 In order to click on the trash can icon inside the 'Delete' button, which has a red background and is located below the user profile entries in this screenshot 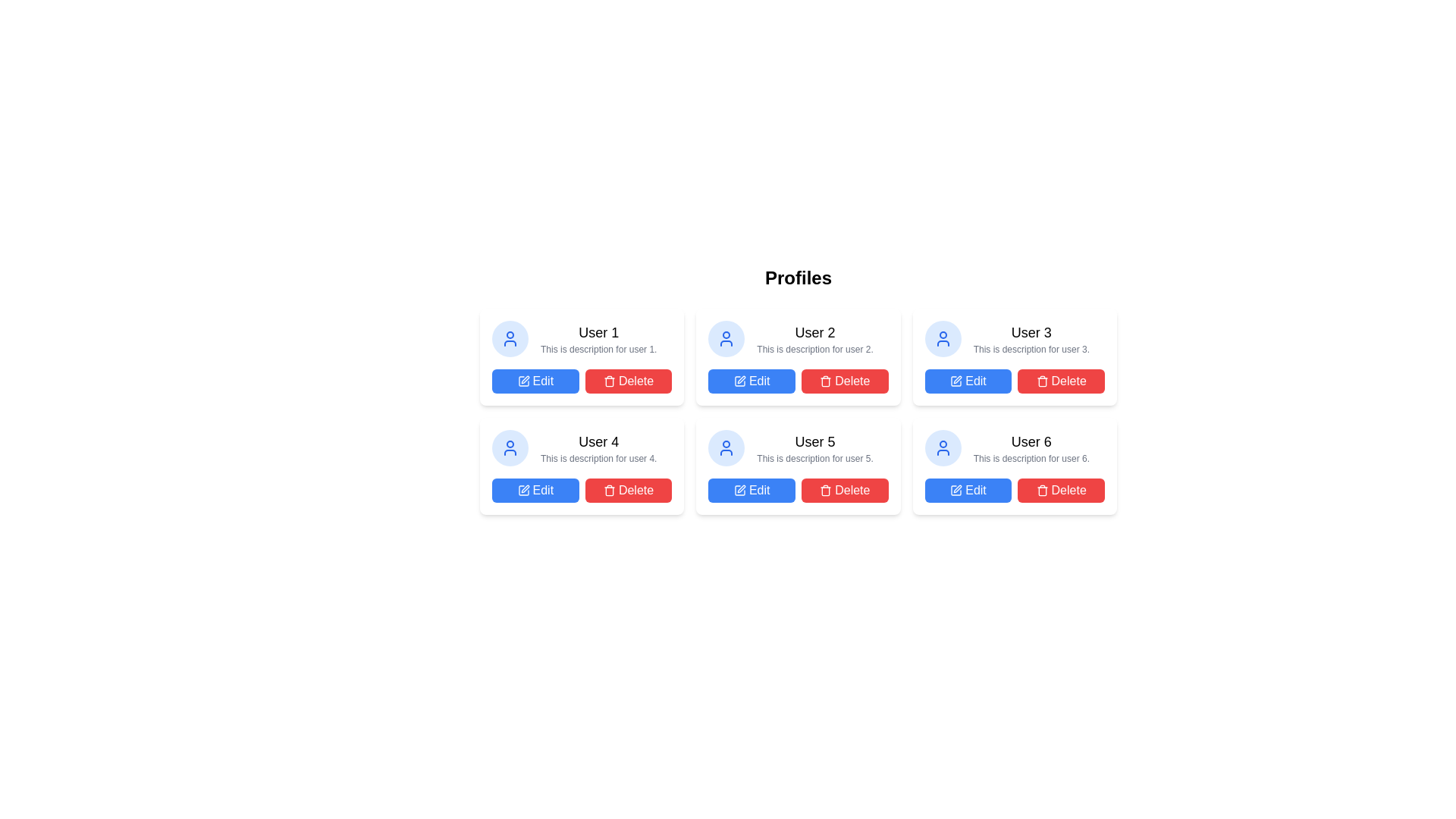, I will do `click(825, 491)`.